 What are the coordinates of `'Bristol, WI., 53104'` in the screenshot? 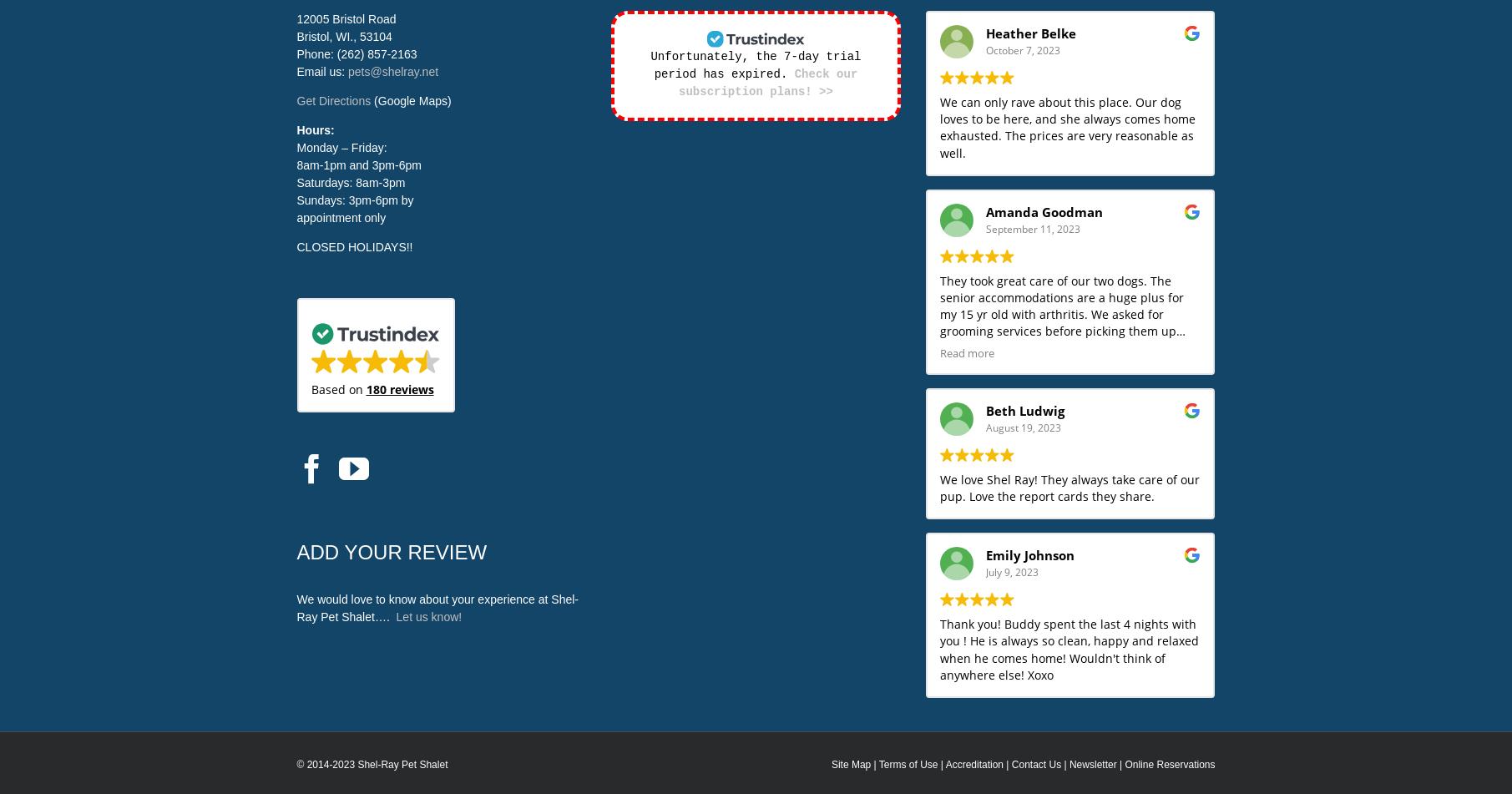 It's located at (344, 37).